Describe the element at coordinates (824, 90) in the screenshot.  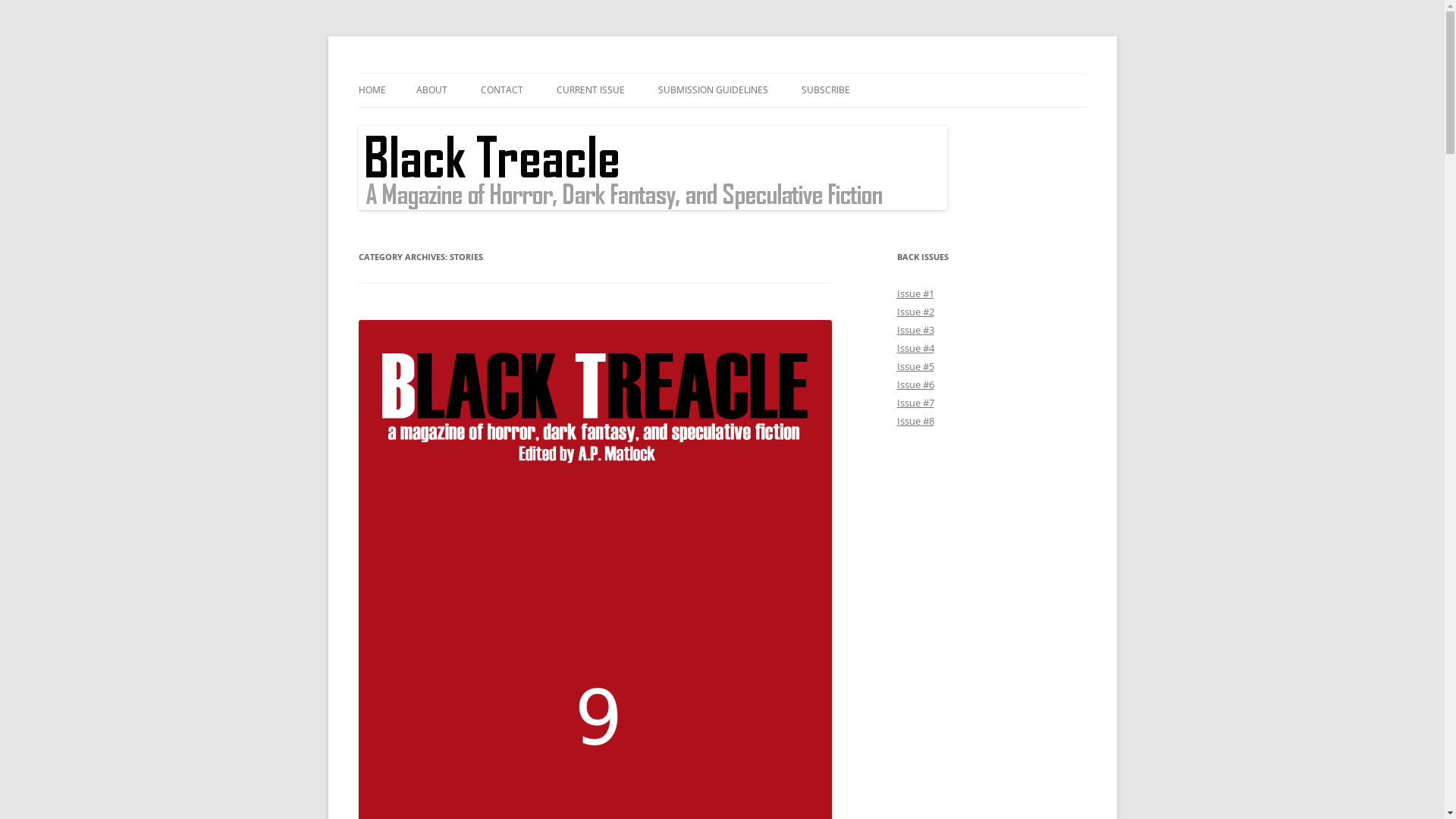
I see `'SUBSCRIBE'` at that location.